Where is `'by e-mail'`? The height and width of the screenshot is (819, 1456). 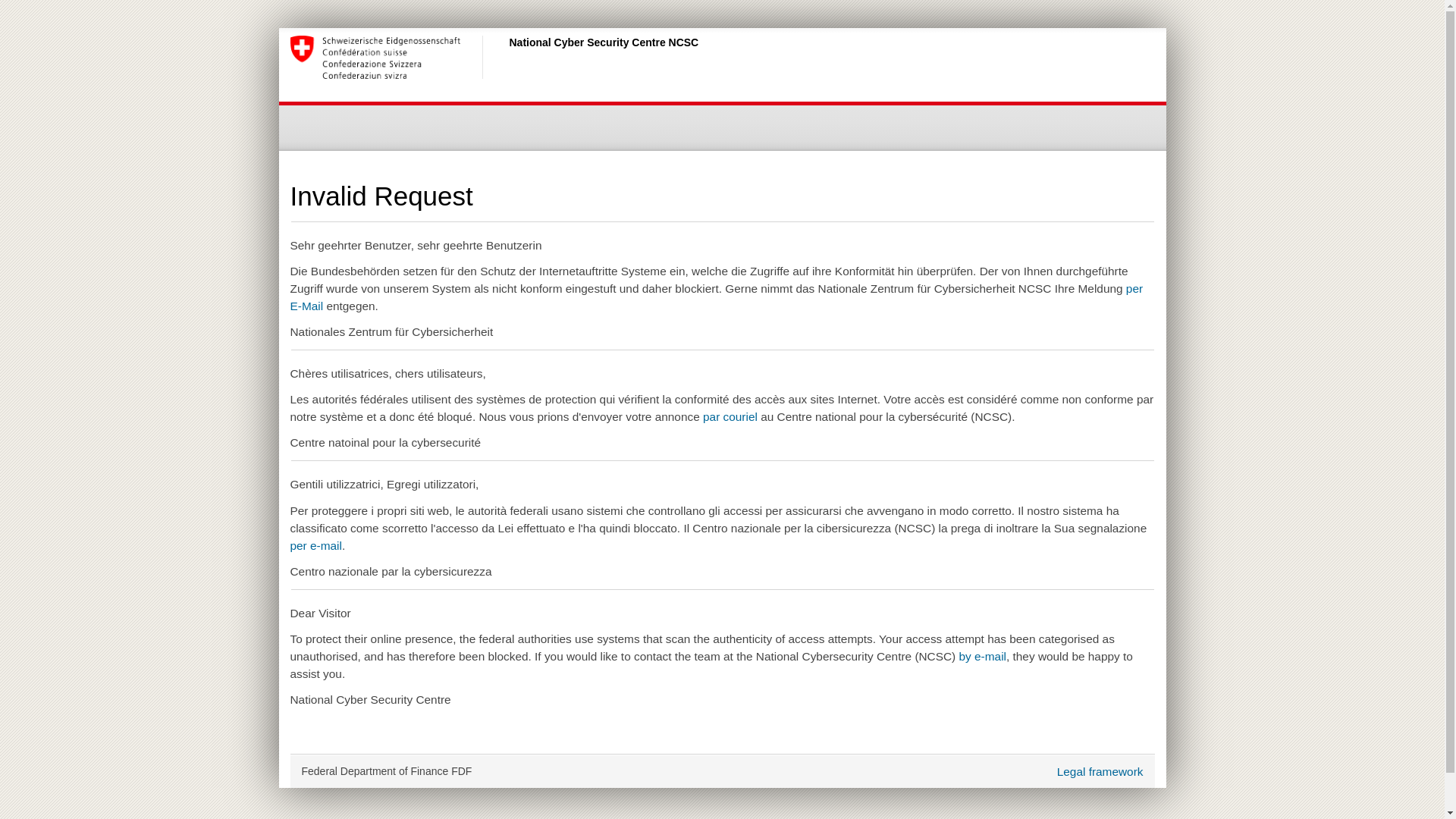
'by e-mail' is located at coordinates (959, 655).